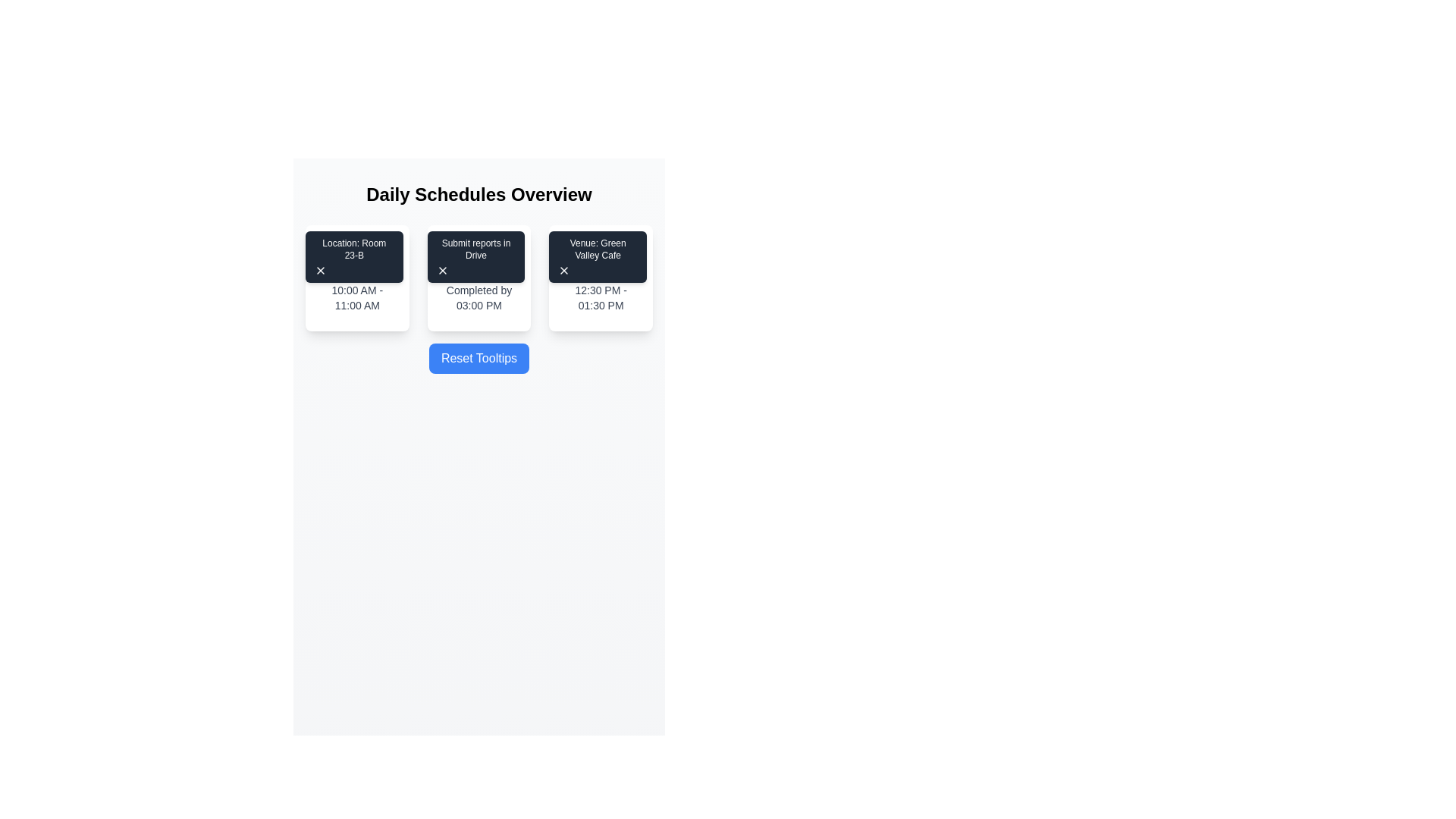  What do you see at coordinates (441, 270) in the screenshot?
I see `the Close button icon (stylized 'X') located at the top-right corner of the 'Submit reports in Drive' tooltip card` at bounding box center [441, 270].